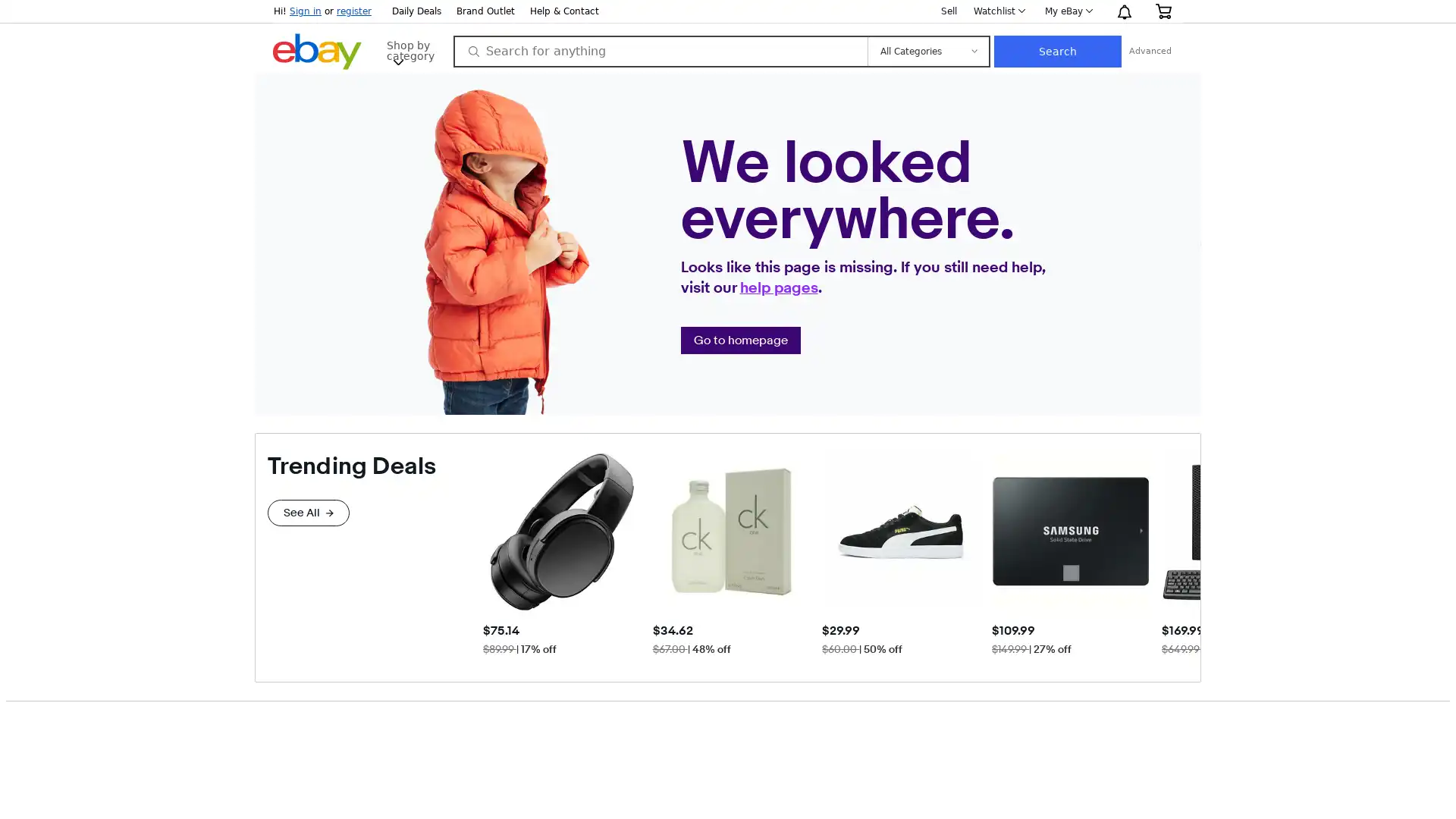  I want to click on Next Slide, so click(1187, 553).